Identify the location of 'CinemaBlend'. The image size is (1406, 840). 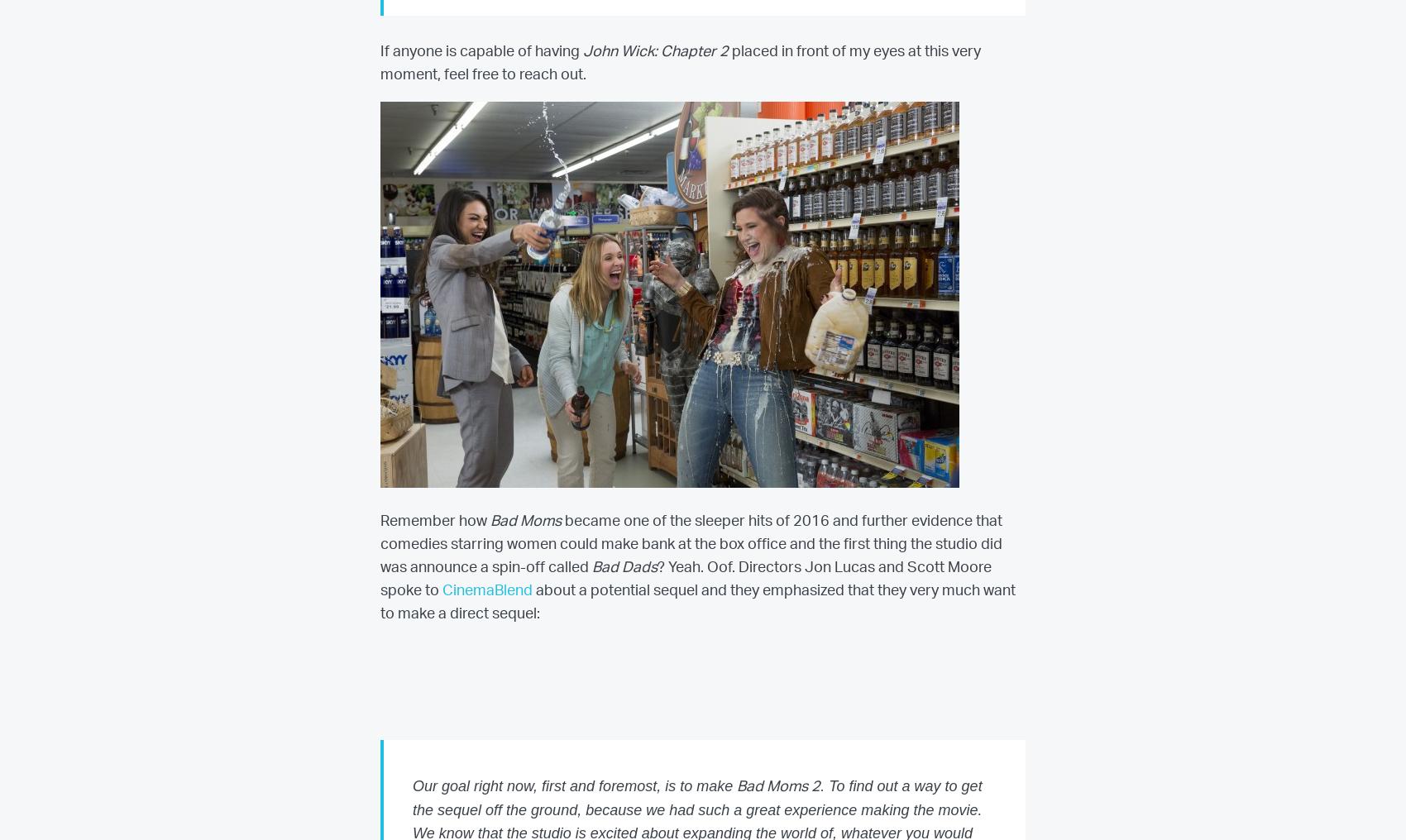
(486, 590).